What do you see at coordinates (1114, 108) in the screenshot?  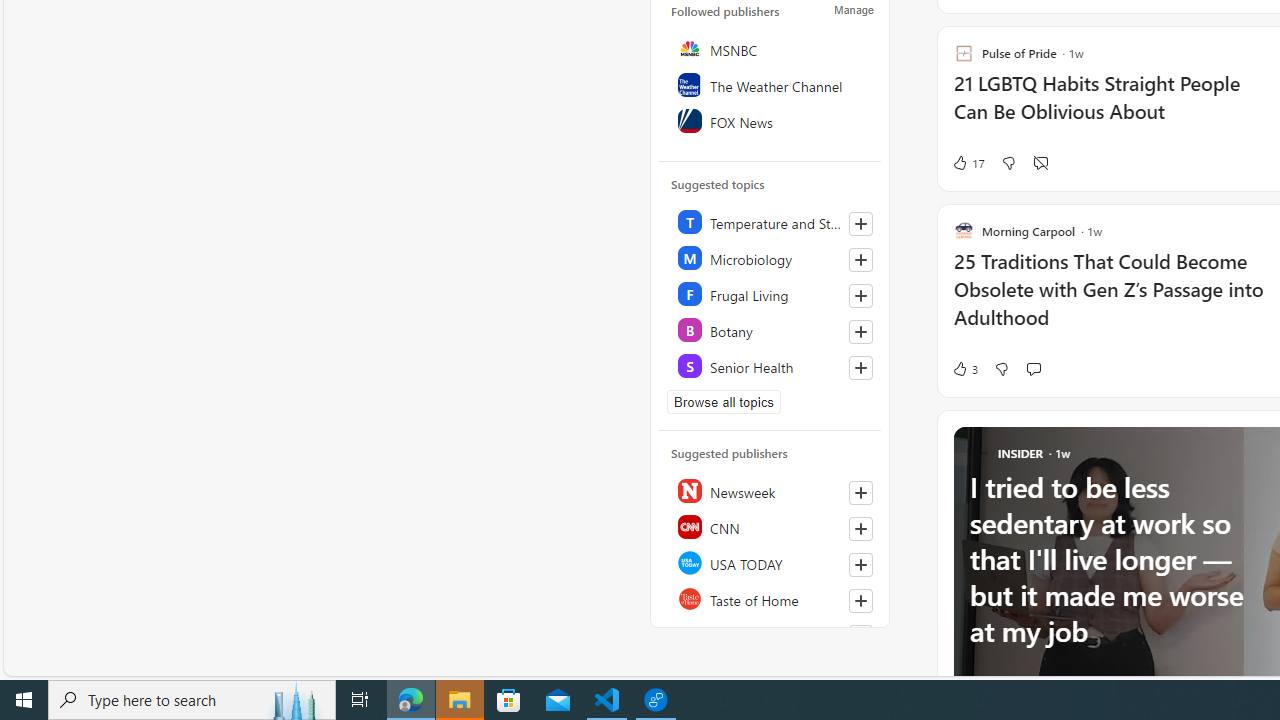 I see `'21 LGBTQ Habits Straight People Can Be Oblivious About'` at bounding box center [1114, 108].